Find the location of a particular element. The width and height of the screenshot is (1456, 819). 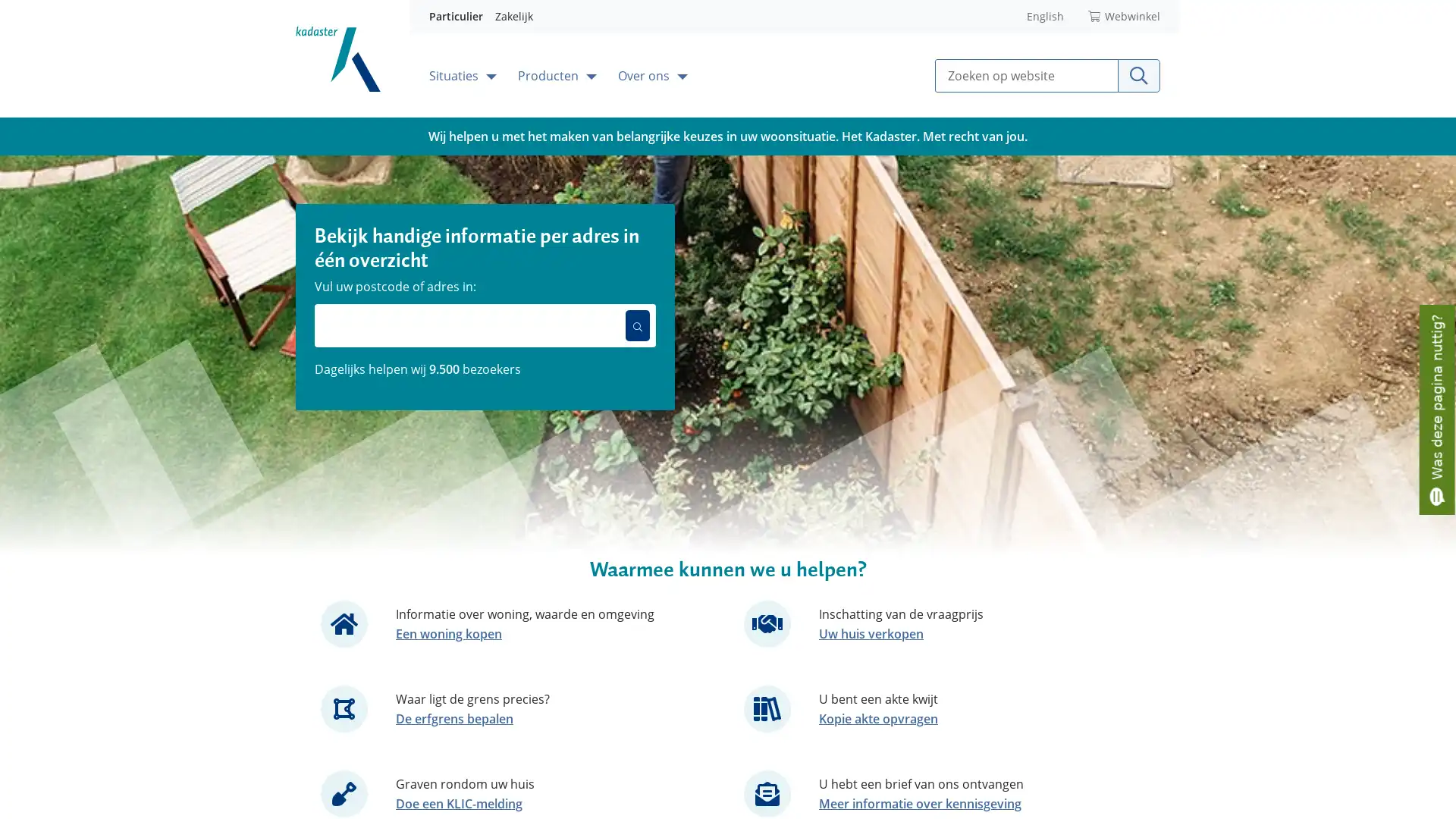

Zoekopdracht starten is located at coordinates (1139, 75).